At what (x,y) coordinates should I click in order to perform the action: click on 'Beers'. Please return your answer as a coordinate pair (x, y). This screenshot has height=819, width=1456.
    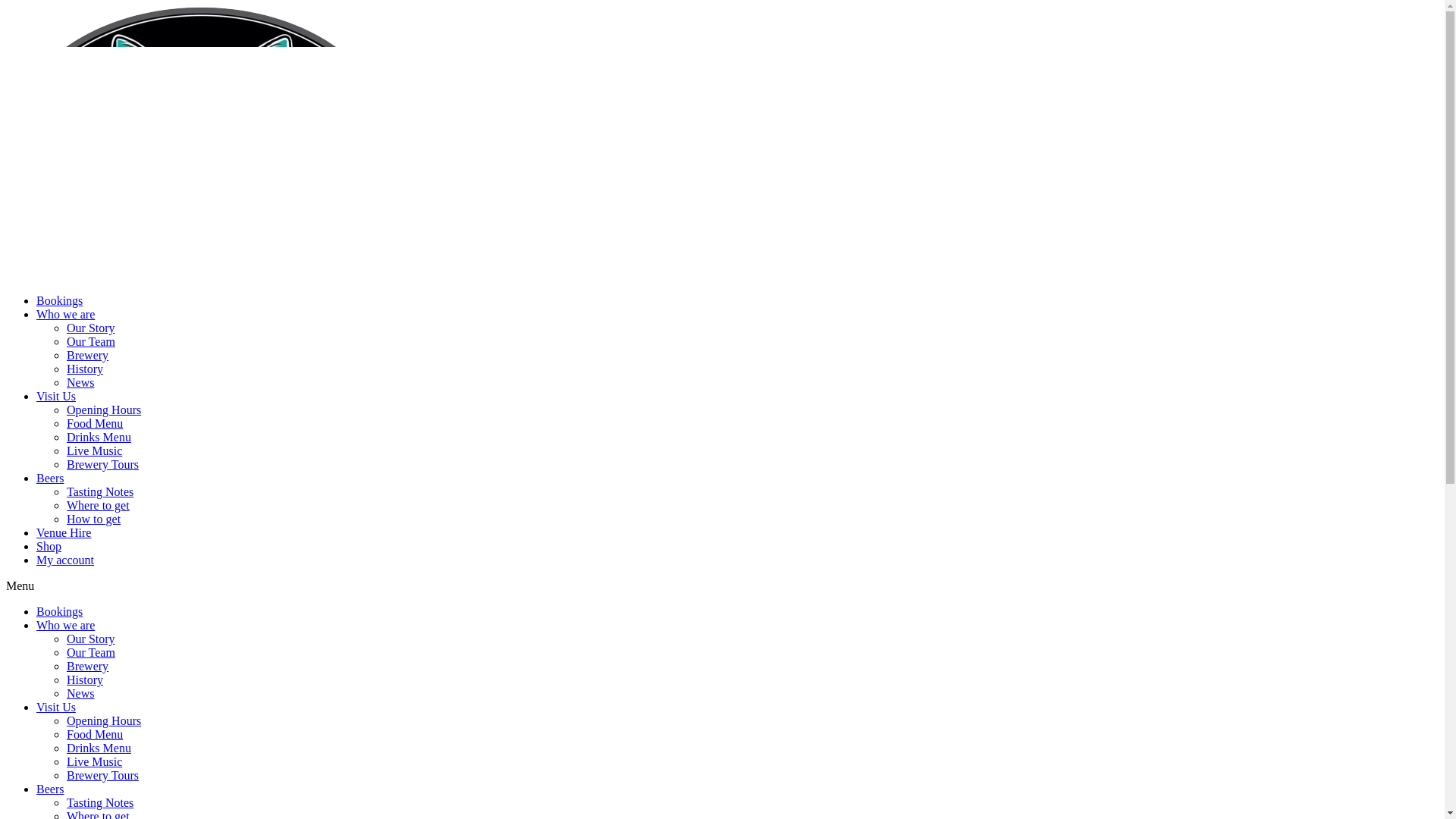
    Looking at the image, I should click on (36, 788).